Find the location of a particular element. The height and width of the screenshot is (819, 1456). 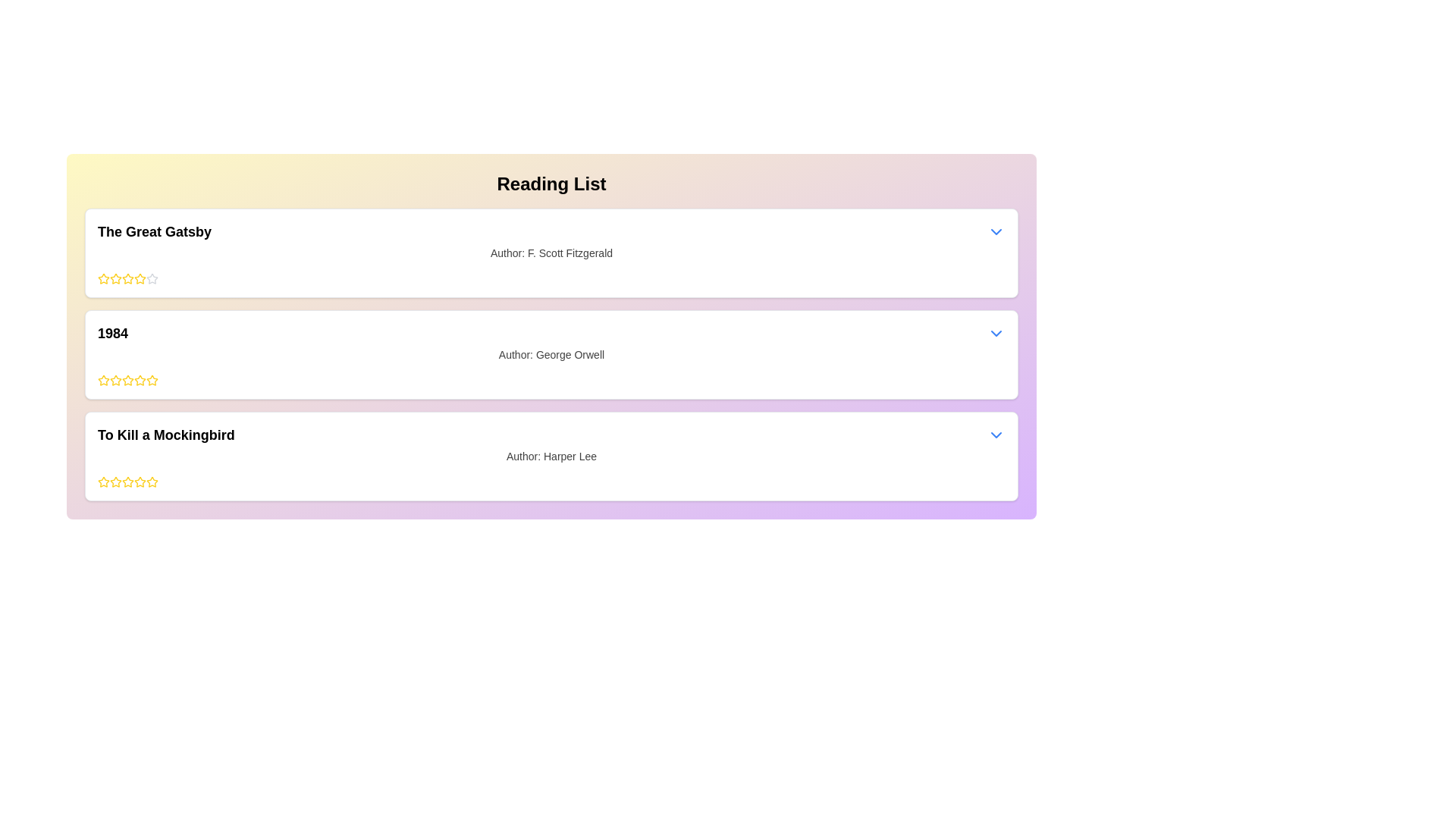

the sixth star in the rating indicator for the book 'The Great Gatsby', located under the book title in the reading list is located at coordinates (140, 278).